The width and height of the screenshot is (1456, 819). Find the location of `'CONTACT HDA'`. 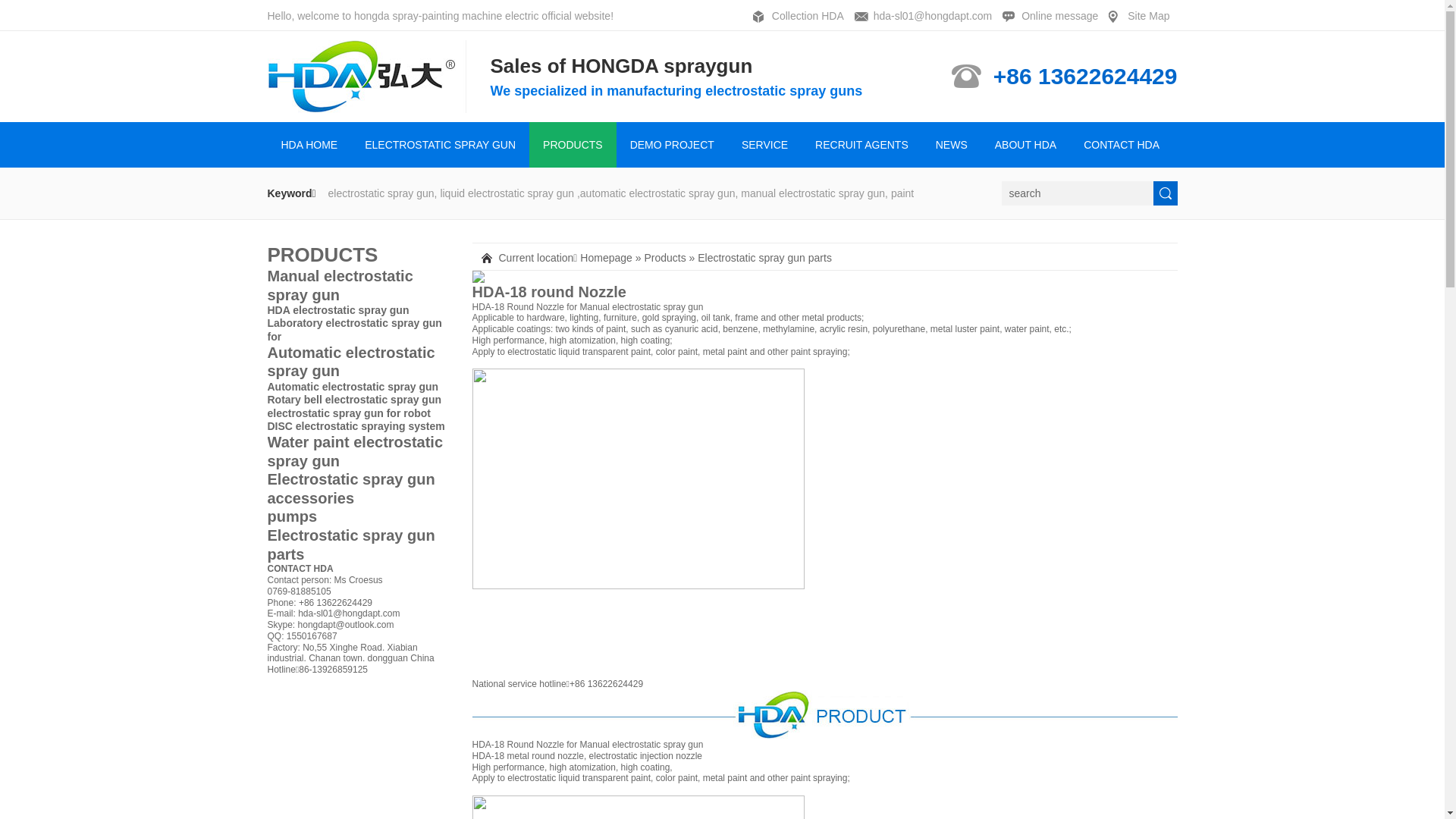

'CONTACT HDA' is located at coordinates (1069, 145).